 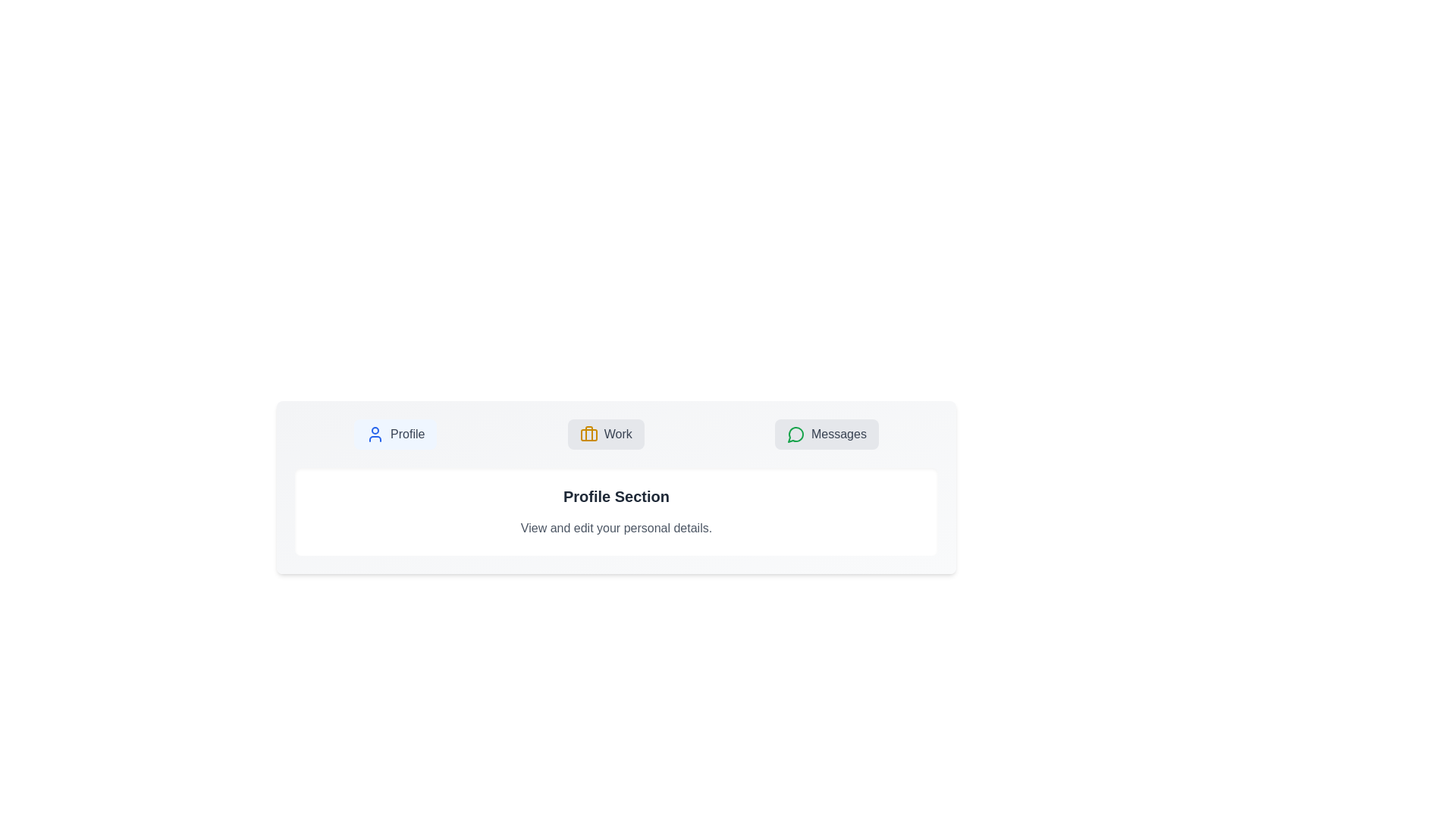 What do you see at coordinates (826, 435) in the screenshot?
I see `the Messages tab to switch to its content` at bounding box center [826, 435].